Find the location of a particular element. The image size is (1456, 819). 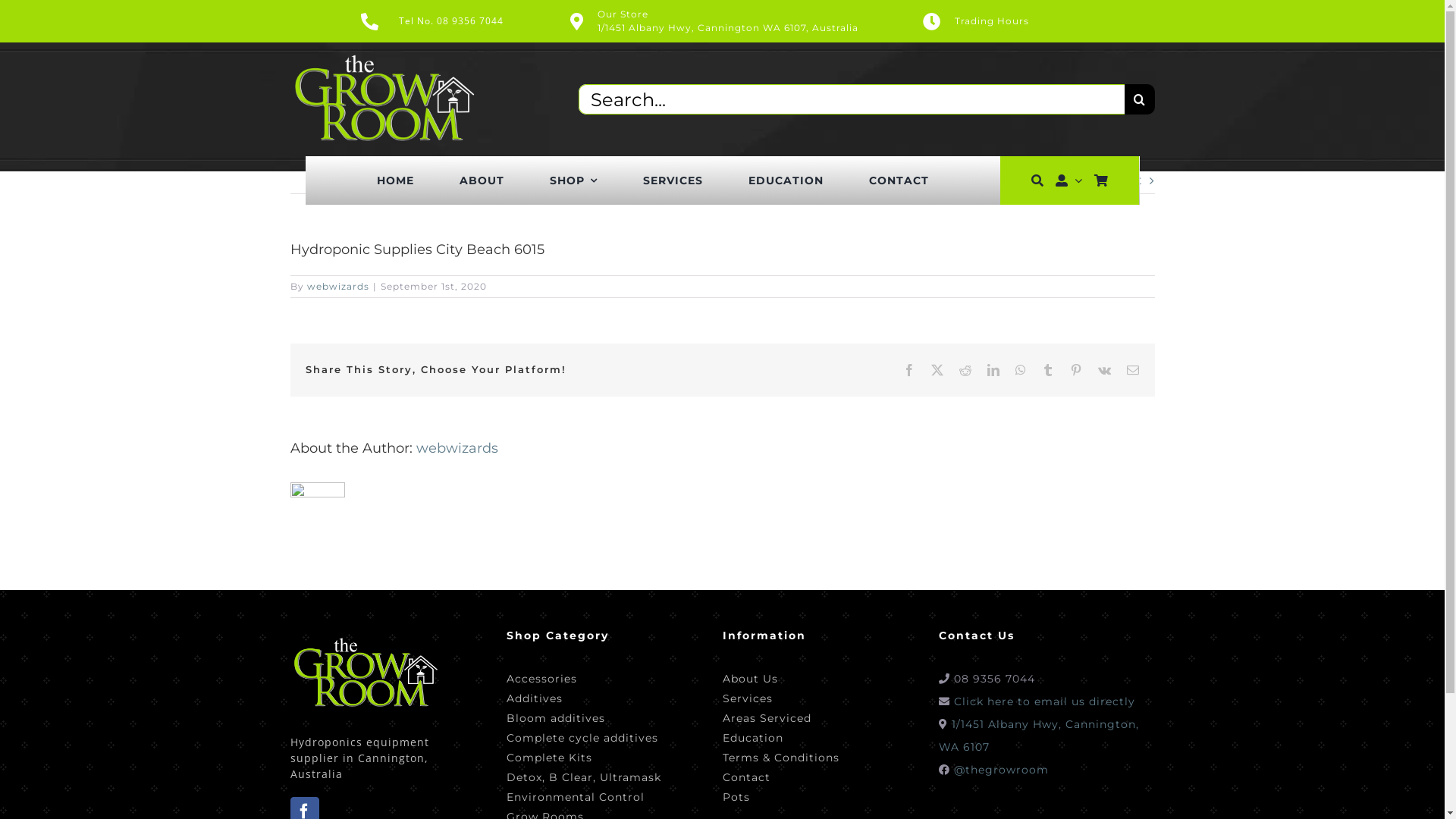

'Our Store' is located at coordinates (623, 14).